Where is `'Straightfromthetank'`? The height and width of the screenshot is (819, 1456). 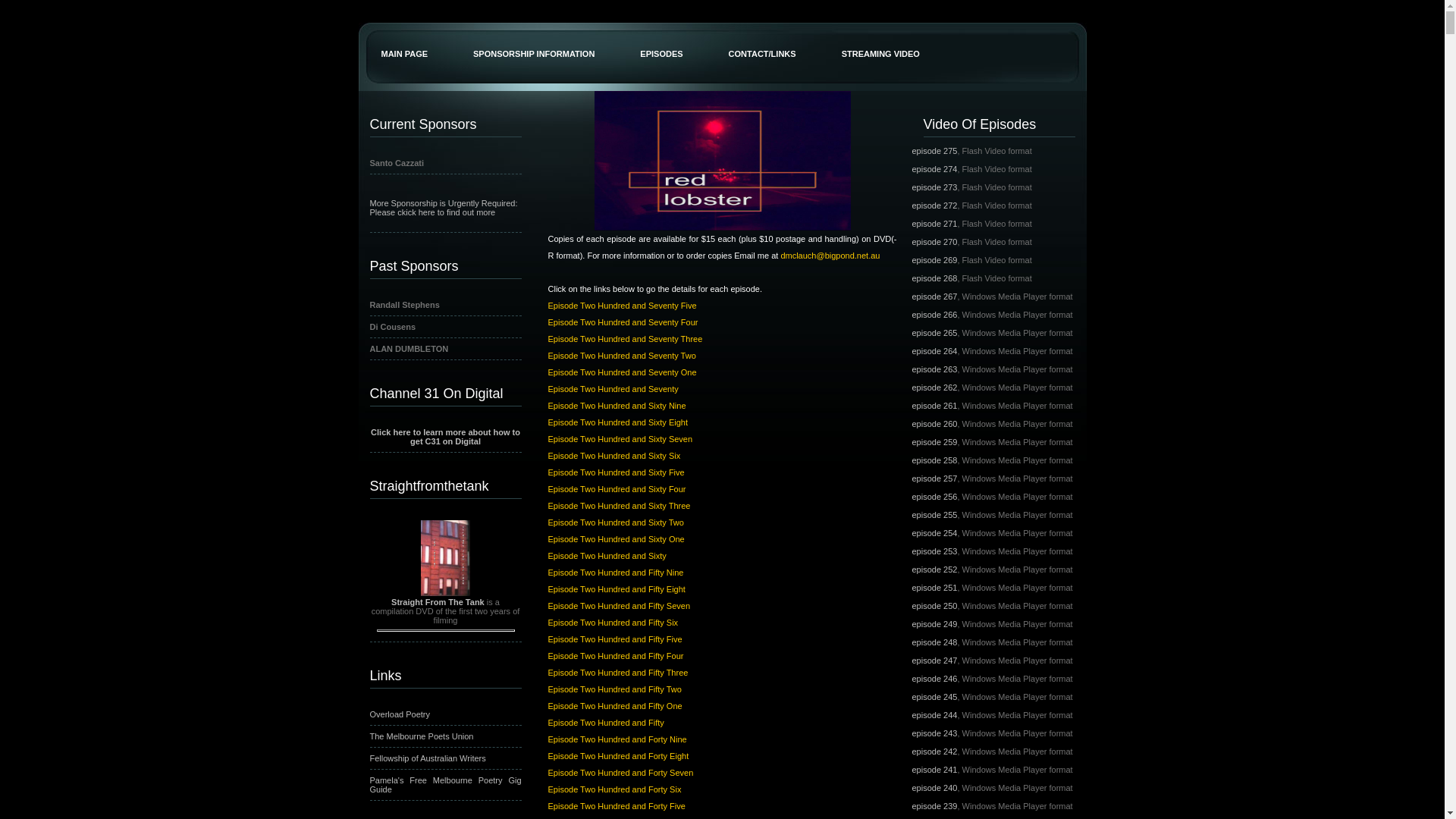
'Straightfromthetank' is located at coordinates (444, 483).